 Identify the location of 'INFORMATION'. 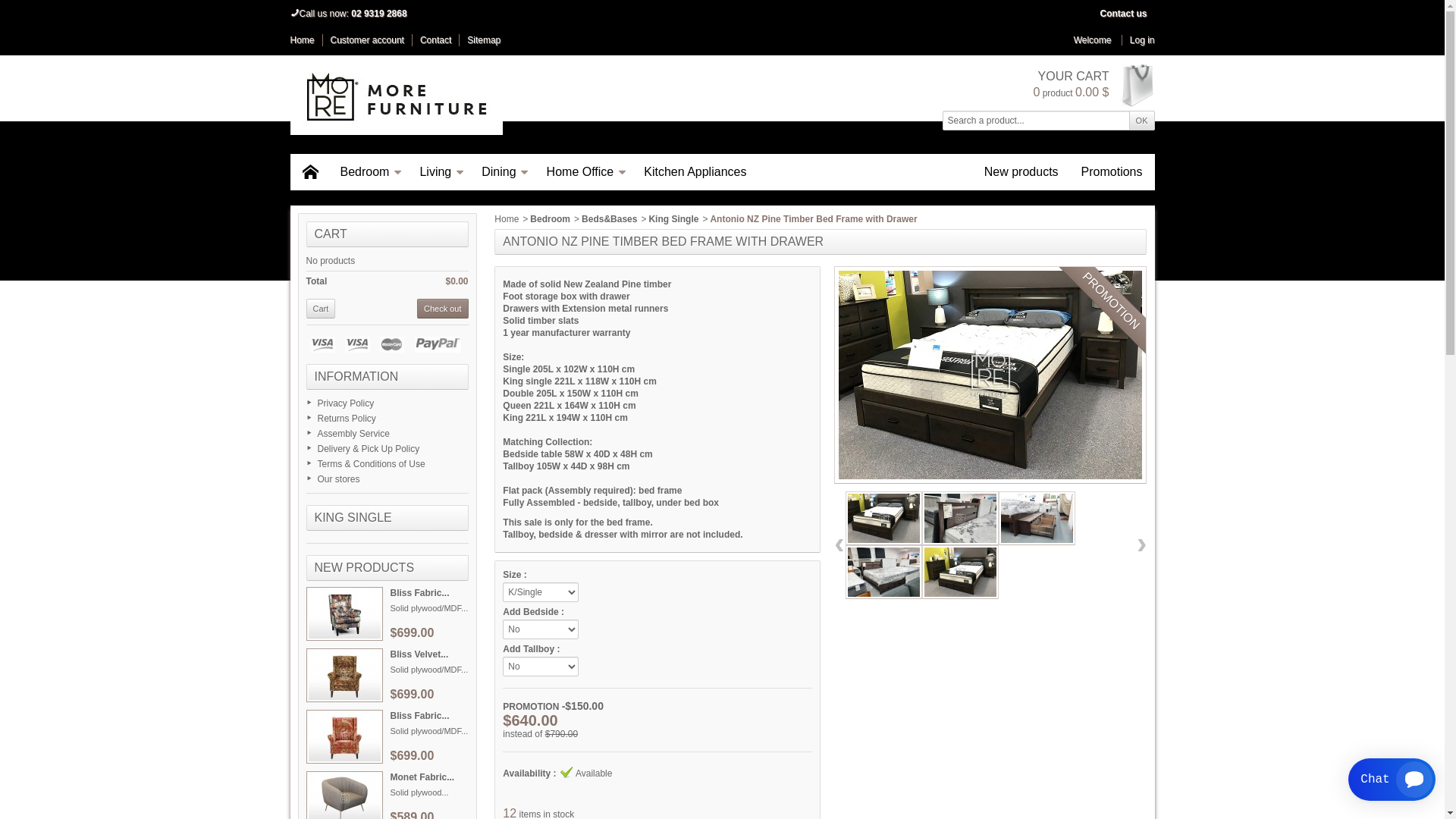
(355, 375).